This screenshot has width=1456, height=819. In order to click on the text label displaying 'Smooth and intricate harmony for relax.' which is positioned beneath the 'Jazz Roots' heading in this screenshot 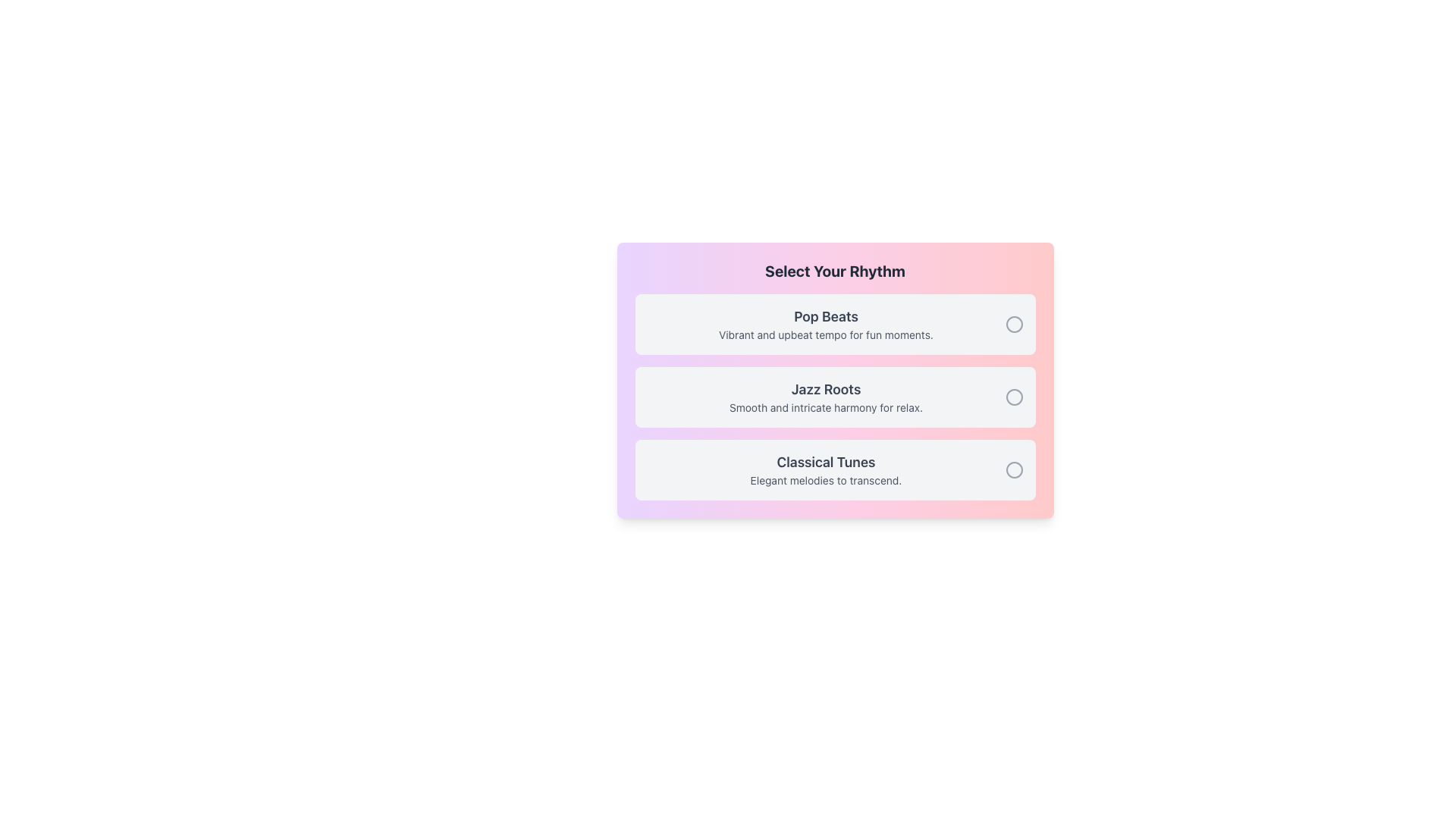, I will do `click(825, 406)`.